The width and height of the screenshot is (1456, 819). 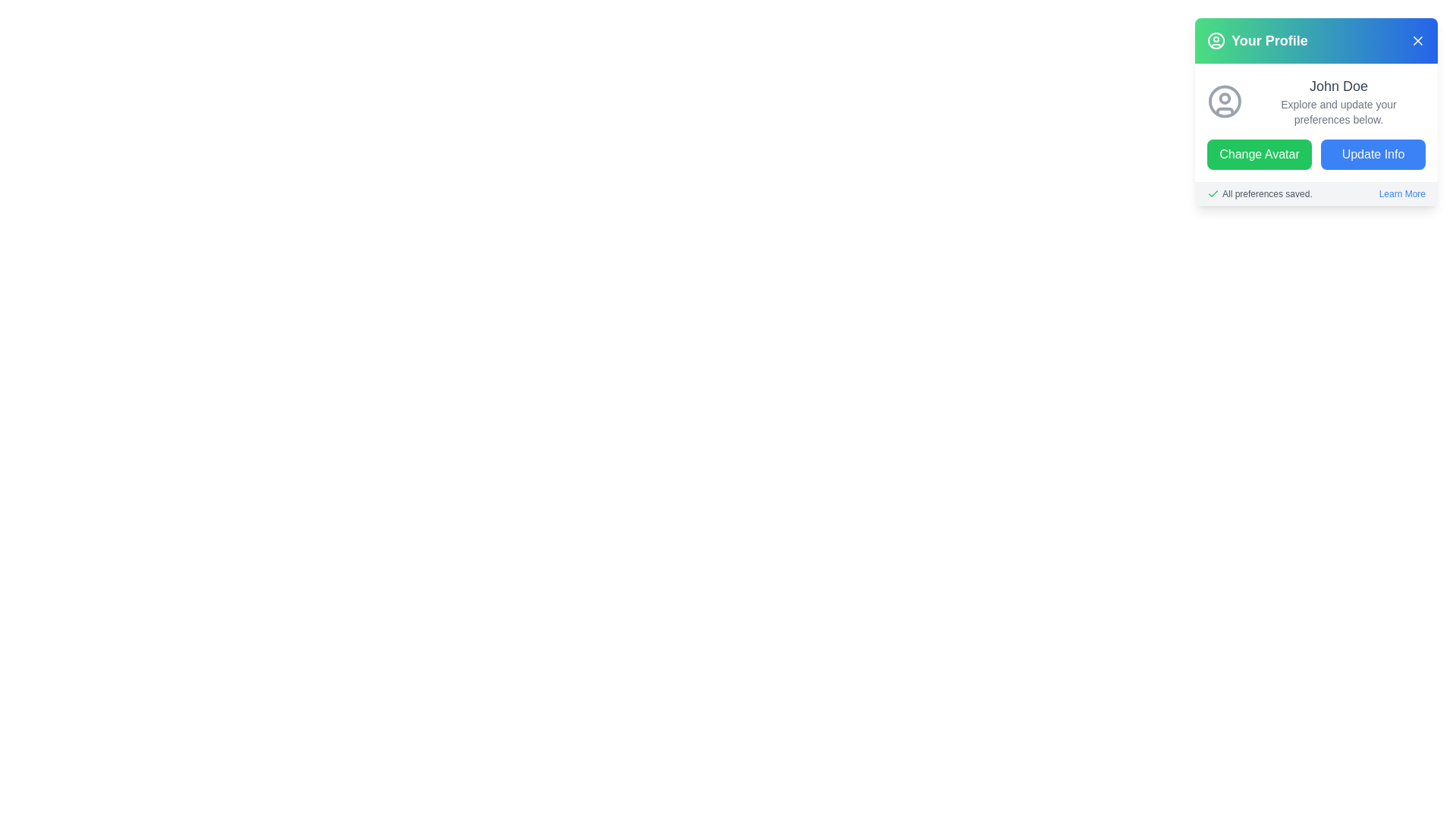 I want to click on the static text displaying 'John Doe' that is centrally positioned below the 'Your Profile' label in the profile card interface, so click(x=1338, y=86).